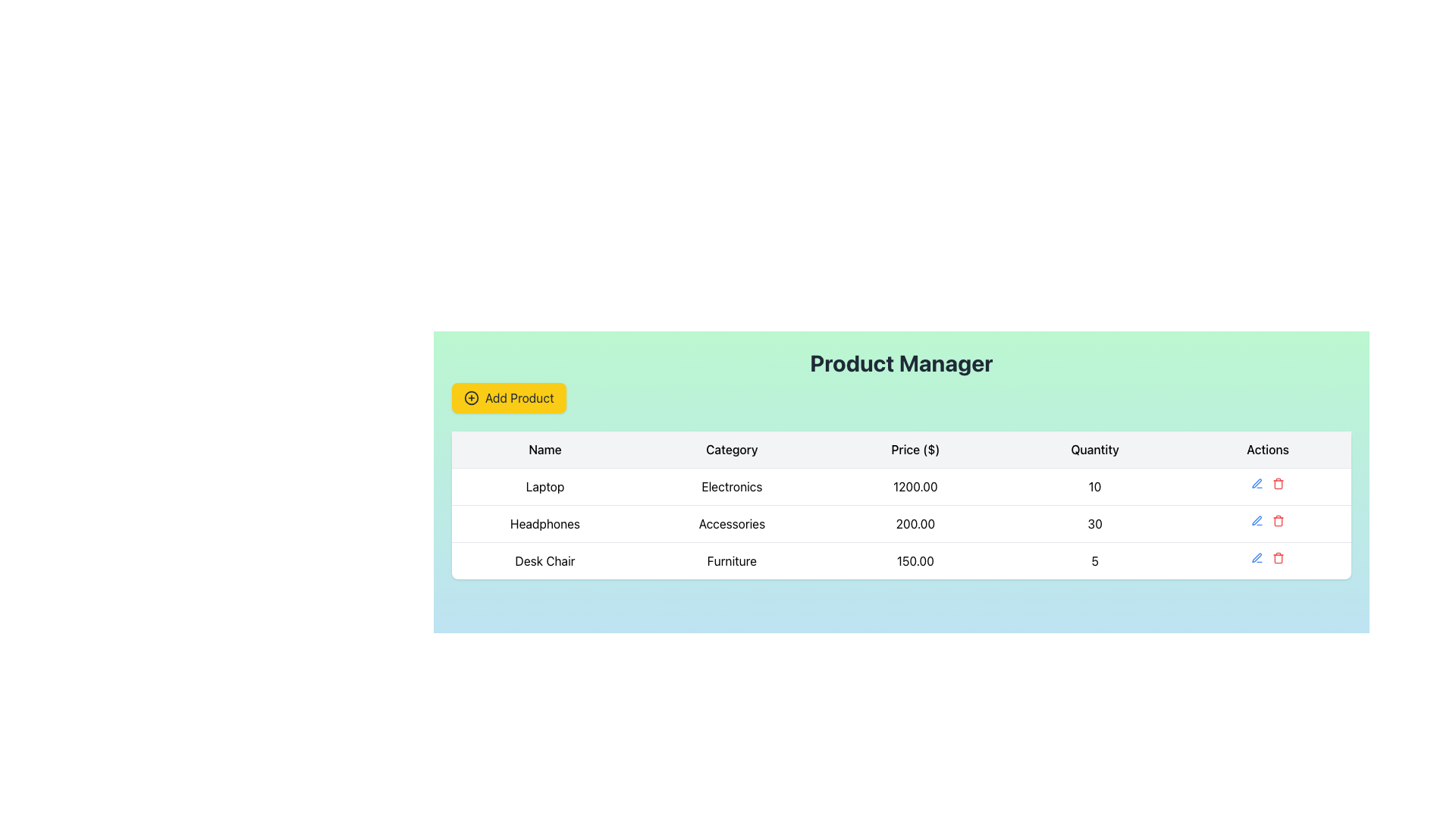 This screenshot has width=1456, height=819. What do you see at coordinates (1268, 449) in the screenshot?
I see `the Table Header Cell that indicates the purpose of the last column in the table, positioned as the fifth column from the left, adjacent to the 'Quantity' column` at bounding box center [1268, 449].